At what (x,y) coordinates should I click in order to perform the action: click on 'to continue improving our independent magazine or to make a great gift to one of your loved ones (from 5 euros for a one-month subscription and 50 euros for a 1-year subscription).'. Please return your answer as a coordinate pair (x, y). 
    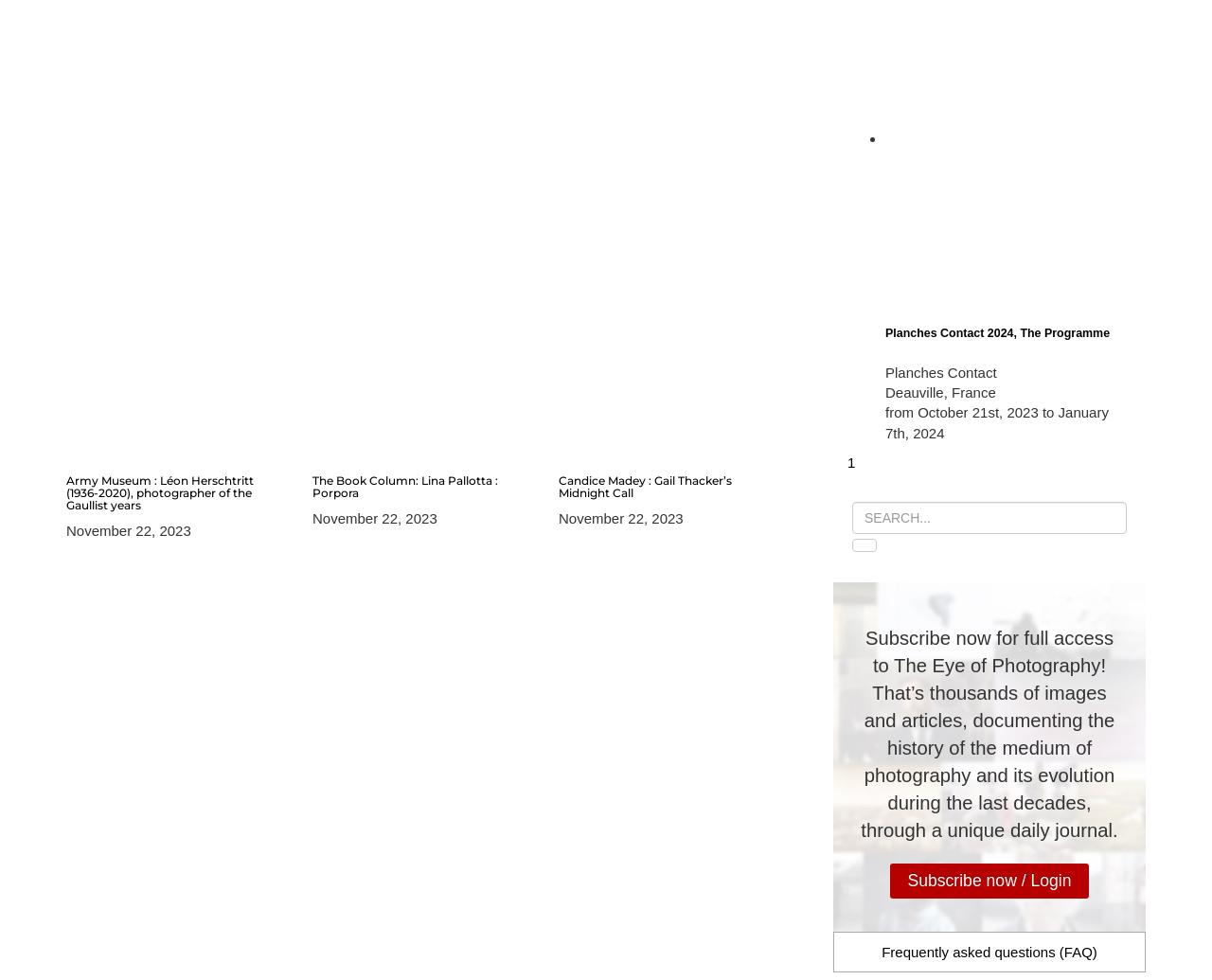
    Looking at the image, I should click on (986, 815).